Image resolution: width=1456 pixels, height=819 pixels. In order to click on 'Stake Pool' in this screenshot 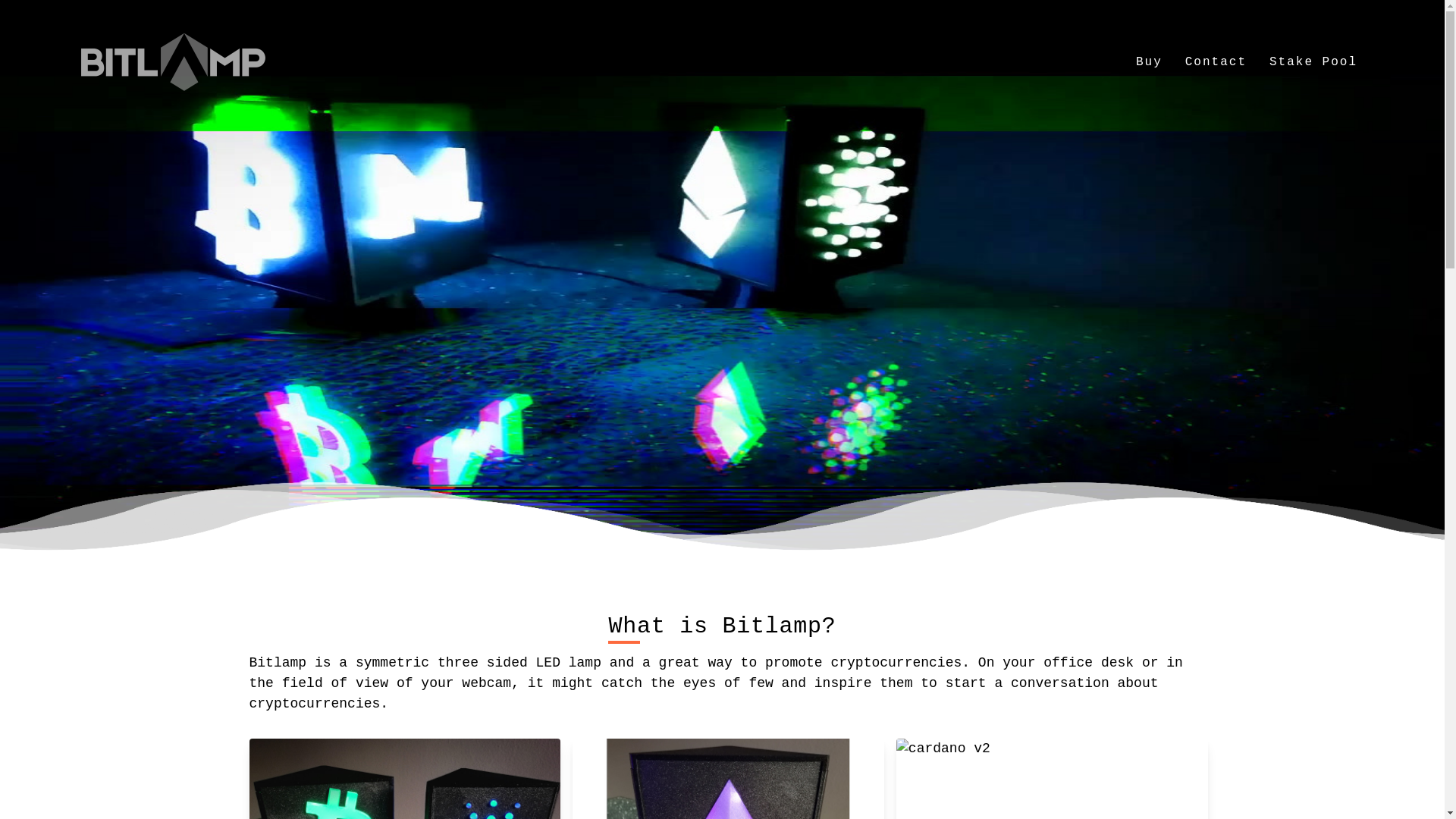, I will do `click(1313, 61)`.